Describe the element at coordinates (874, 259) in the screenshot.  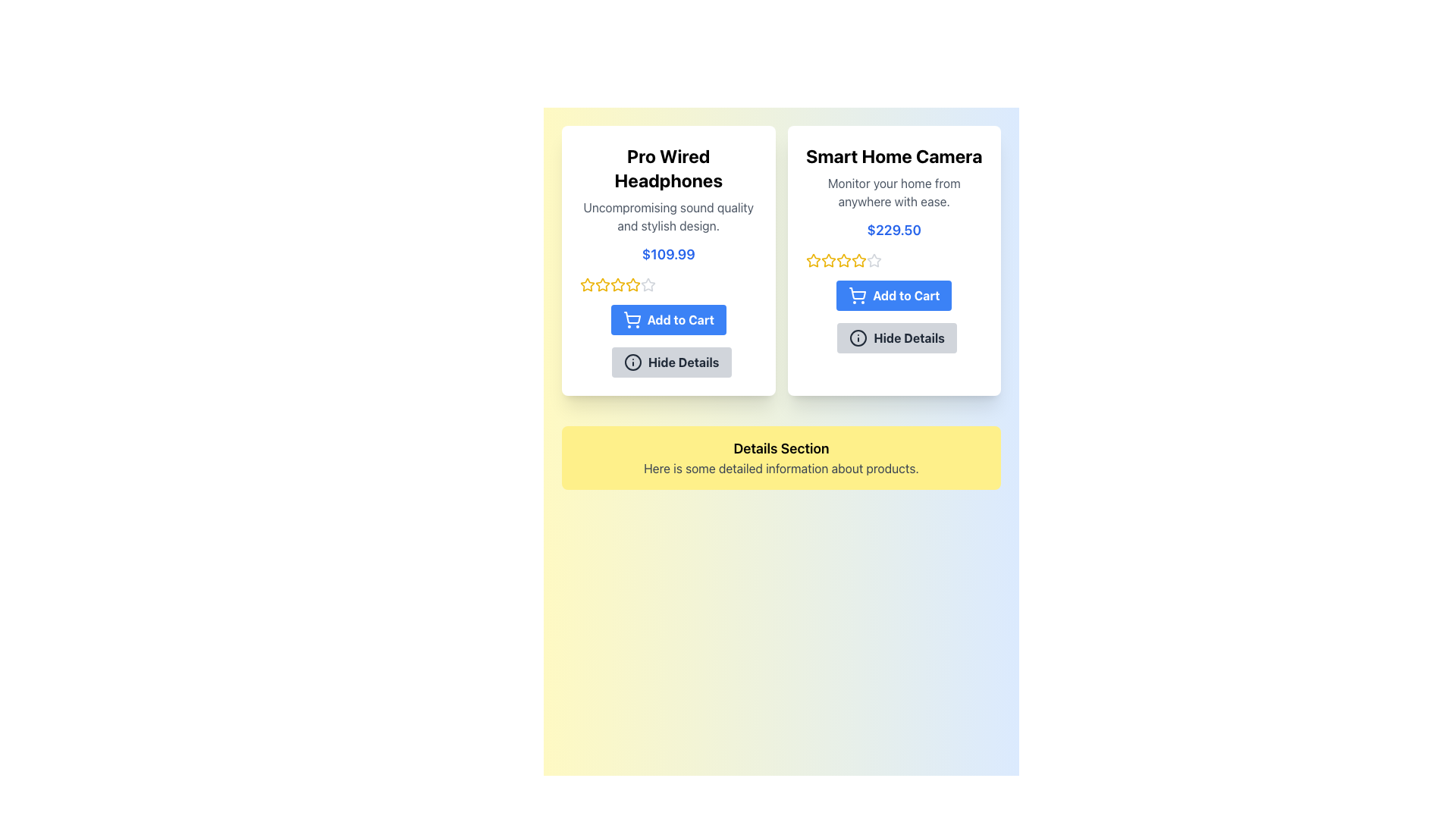
I see `the fifth star in the rating system below 'Smart Home Camera'` at that location.